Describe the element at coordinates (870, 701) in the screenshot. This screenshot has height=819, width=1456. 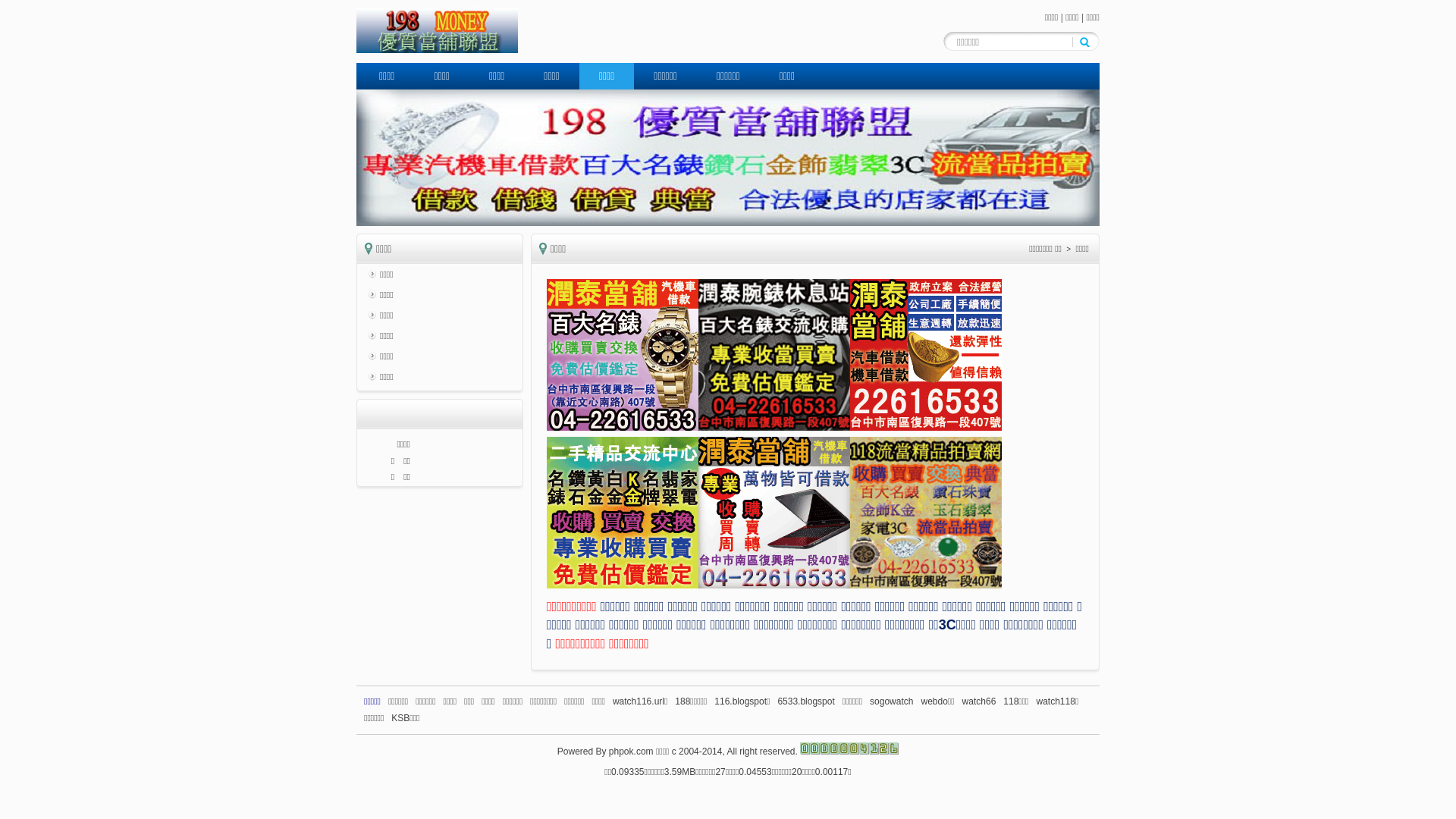
I see `'sogowatch'` at that location.